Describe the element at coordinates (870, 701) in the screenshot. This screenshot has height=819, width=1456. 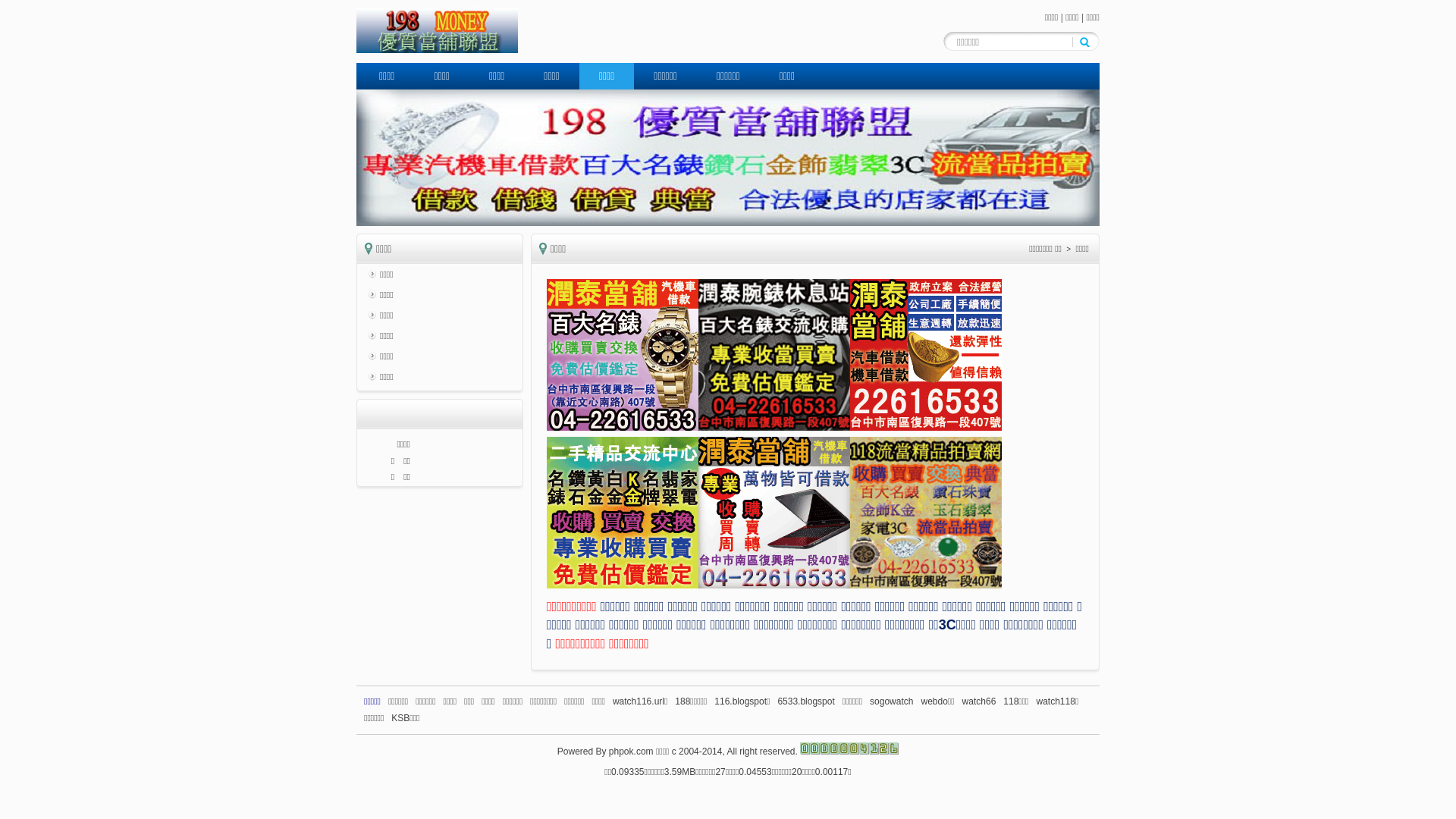
I see `'sogowatch'` at that location.